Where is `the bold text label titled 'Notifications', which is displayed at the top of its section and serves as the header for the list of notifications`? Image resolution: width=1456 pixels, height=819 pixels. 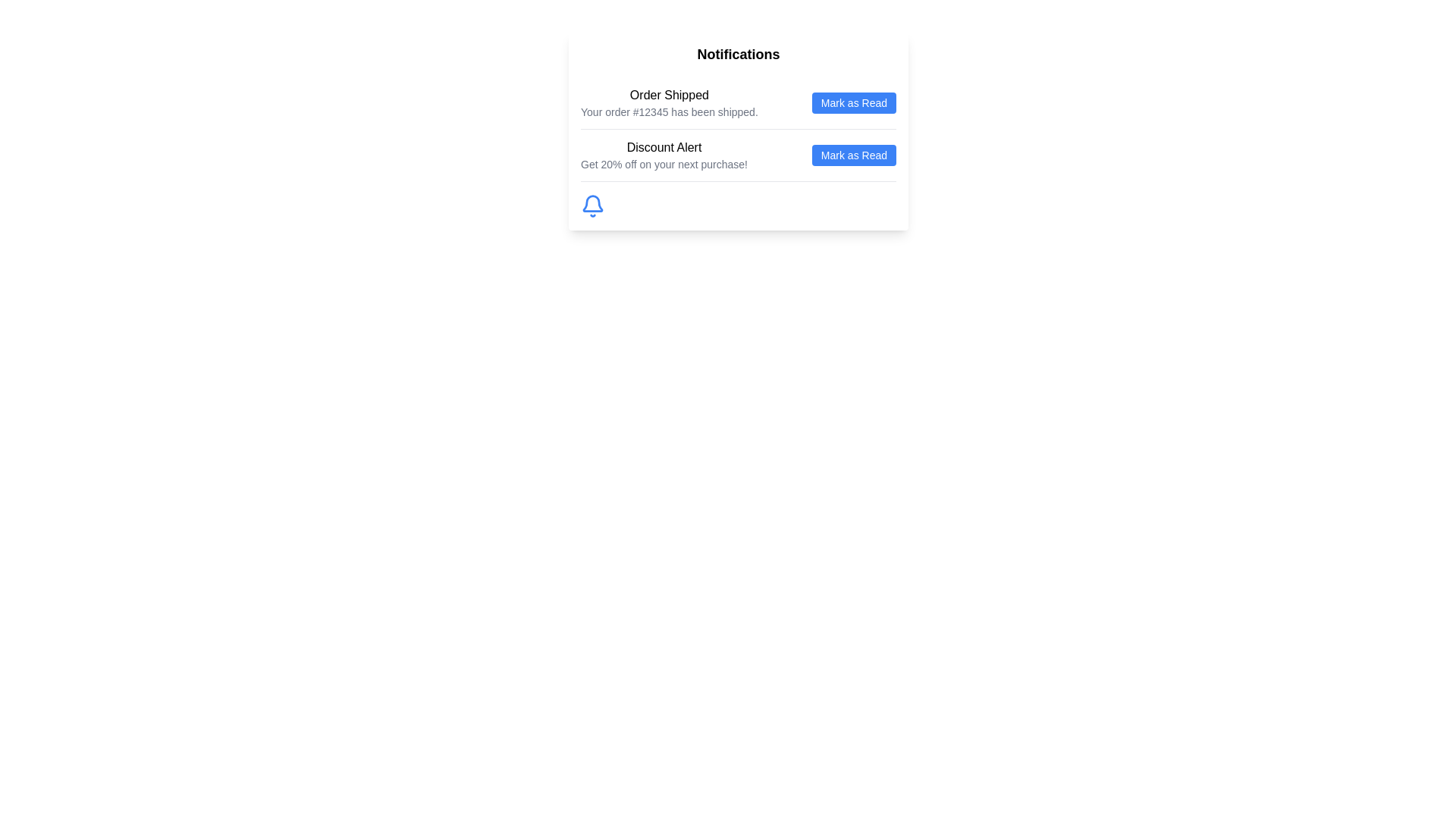
the bold text label titled 'Notifications', which is displayed at the top of its section and serves as the header for the list of notifications is located at coordinates (739, 54).